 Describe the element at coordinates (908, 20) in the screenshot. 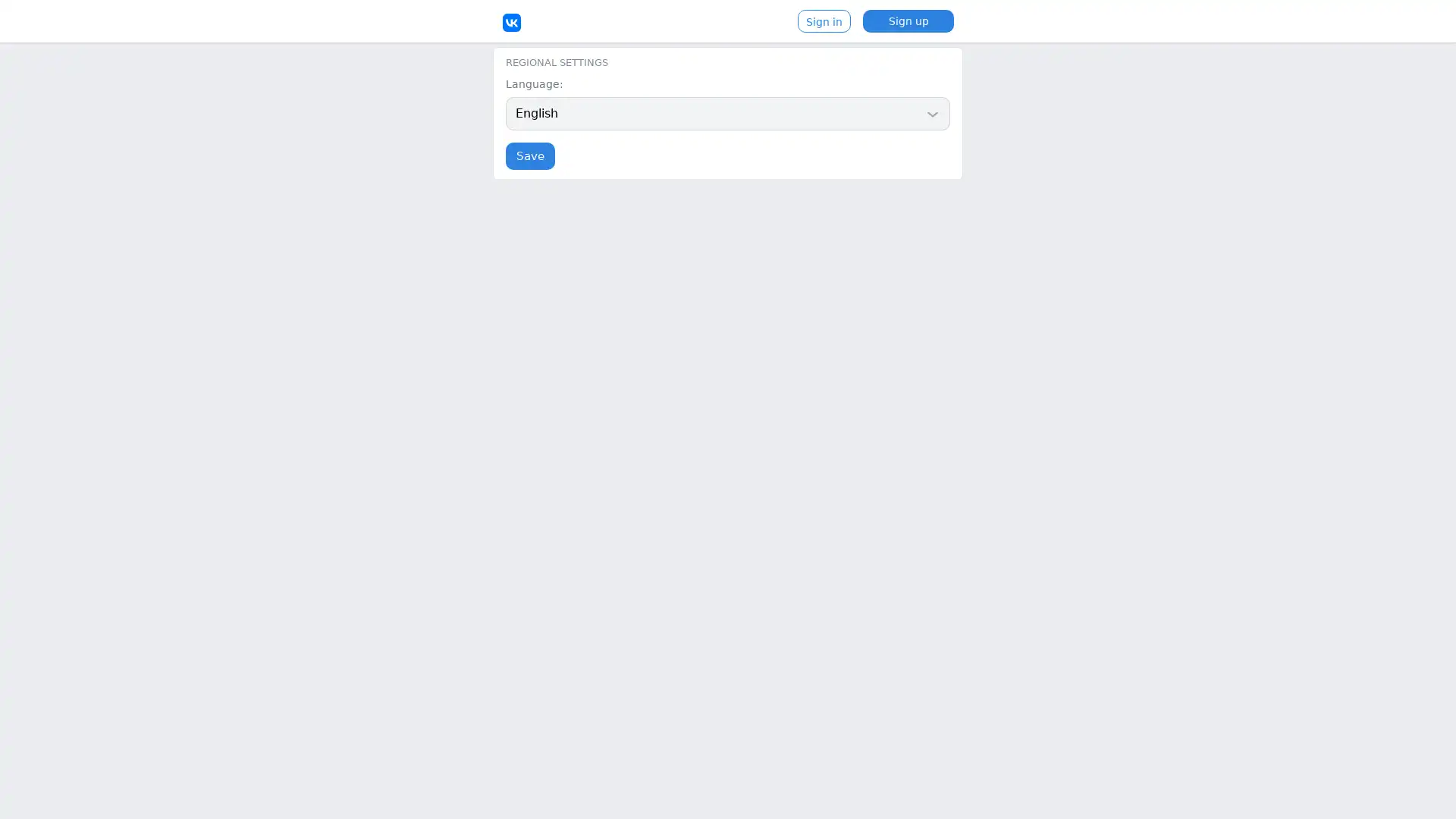

I see `Sign up` at that location.